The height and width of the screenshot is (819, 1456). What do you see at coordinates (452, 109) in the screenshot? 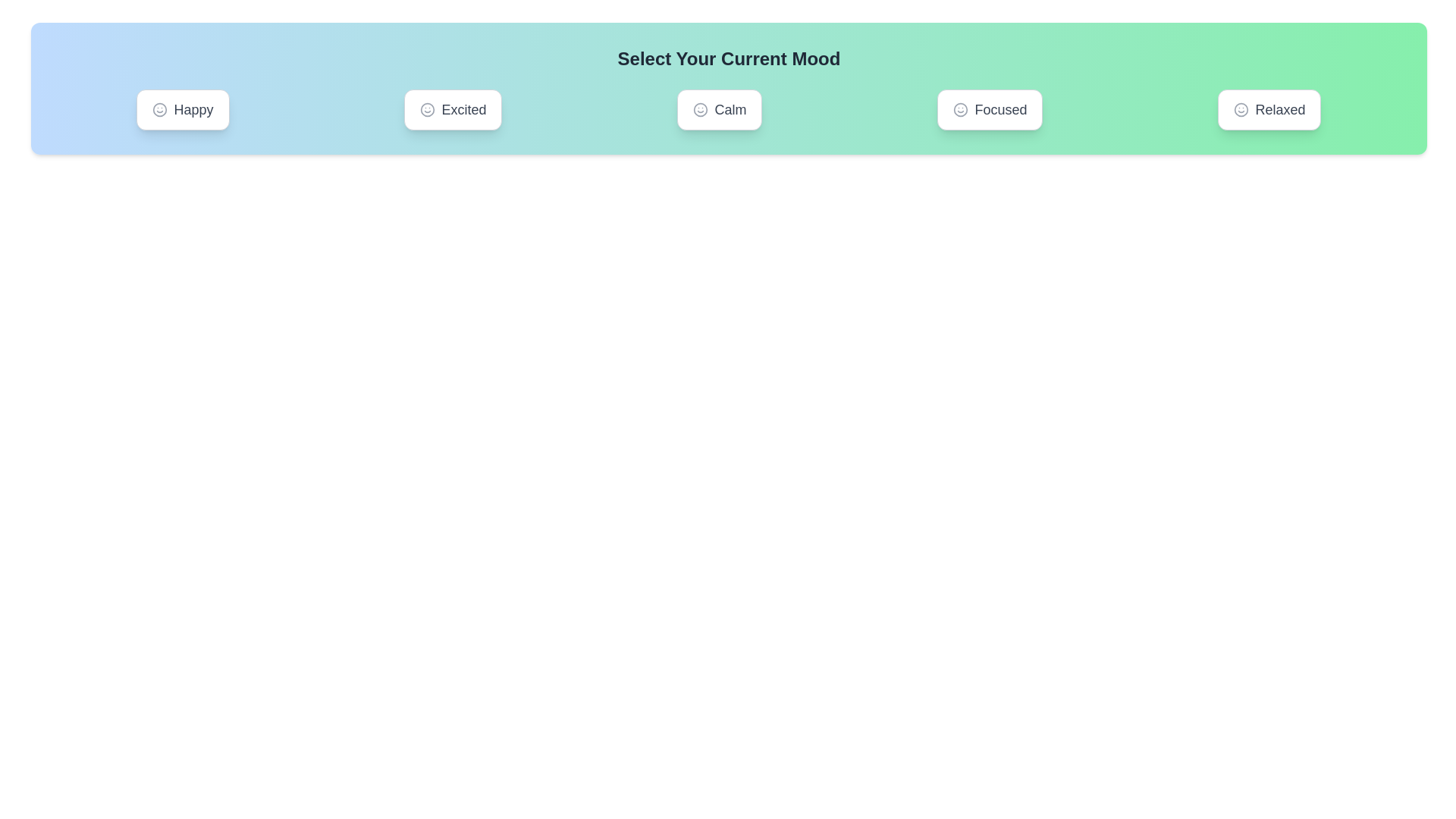
I see `the button labeled Excited to observe its hover effect` at bounding box center [452, 109].